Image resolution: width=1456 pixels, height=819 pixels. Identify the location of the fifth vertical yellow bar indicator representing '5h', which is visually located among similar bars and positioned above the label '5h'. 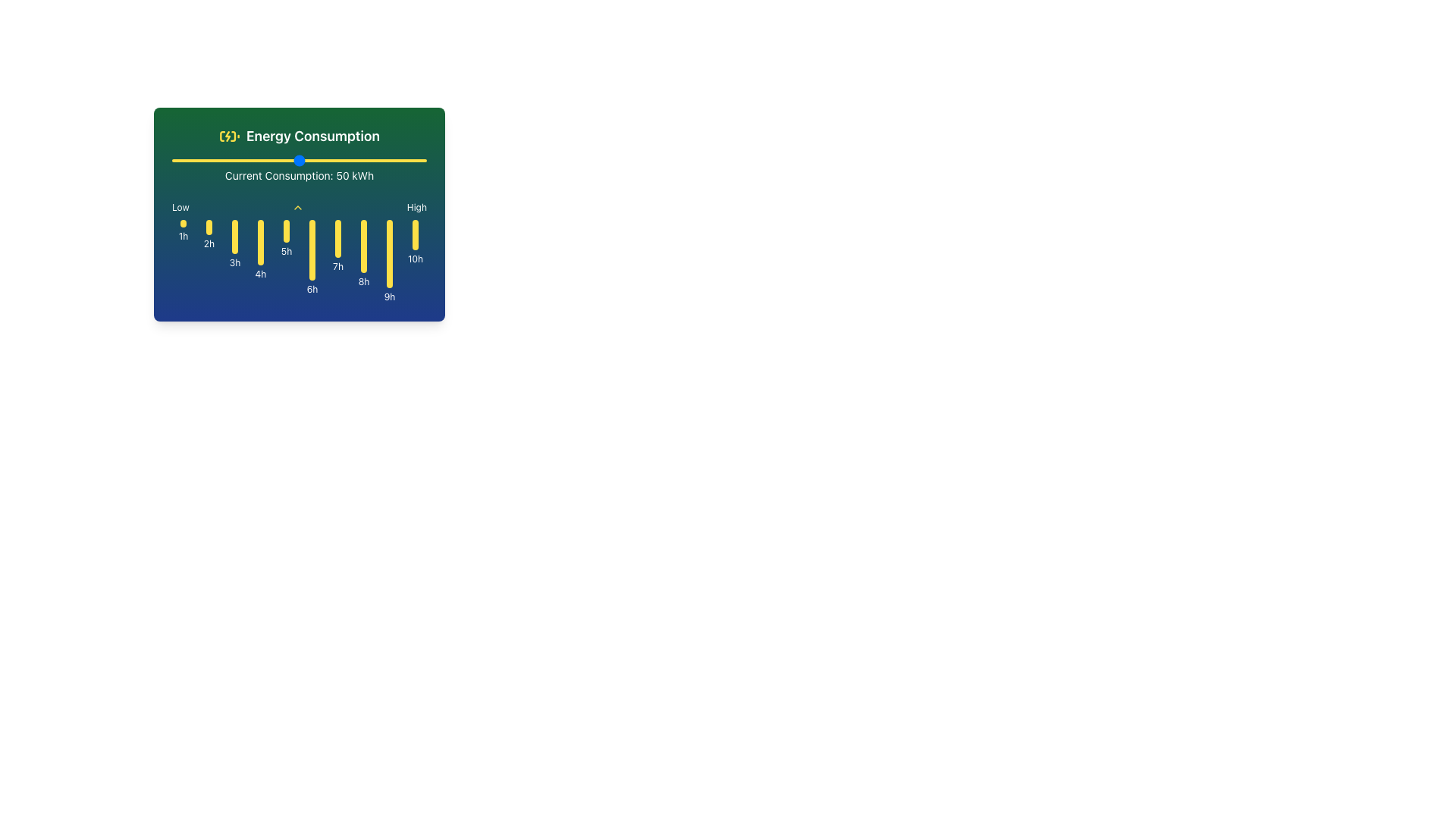
(287, 231).